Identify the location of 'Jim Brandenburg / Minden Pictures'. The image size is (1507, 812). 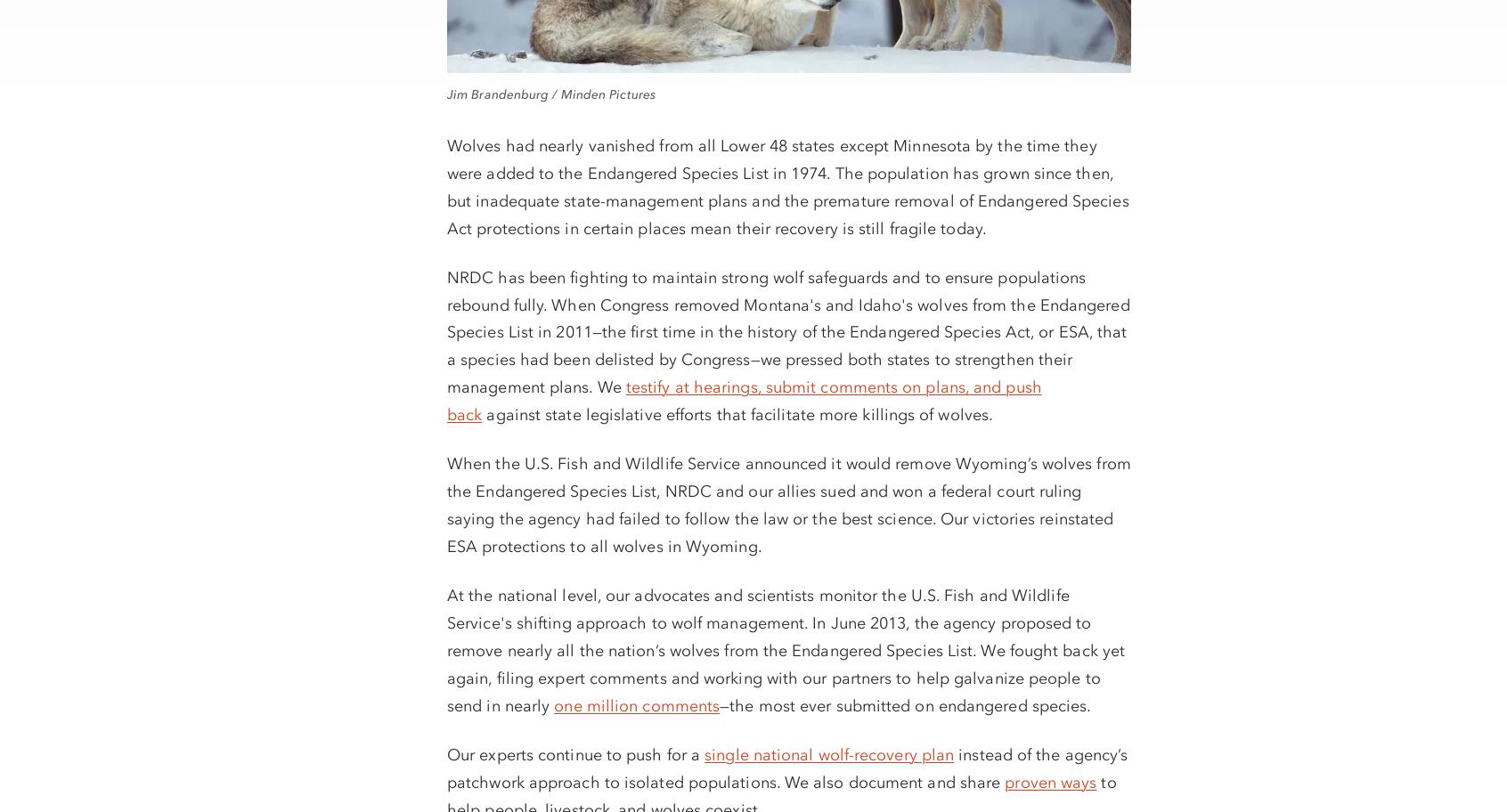
(550, 93).